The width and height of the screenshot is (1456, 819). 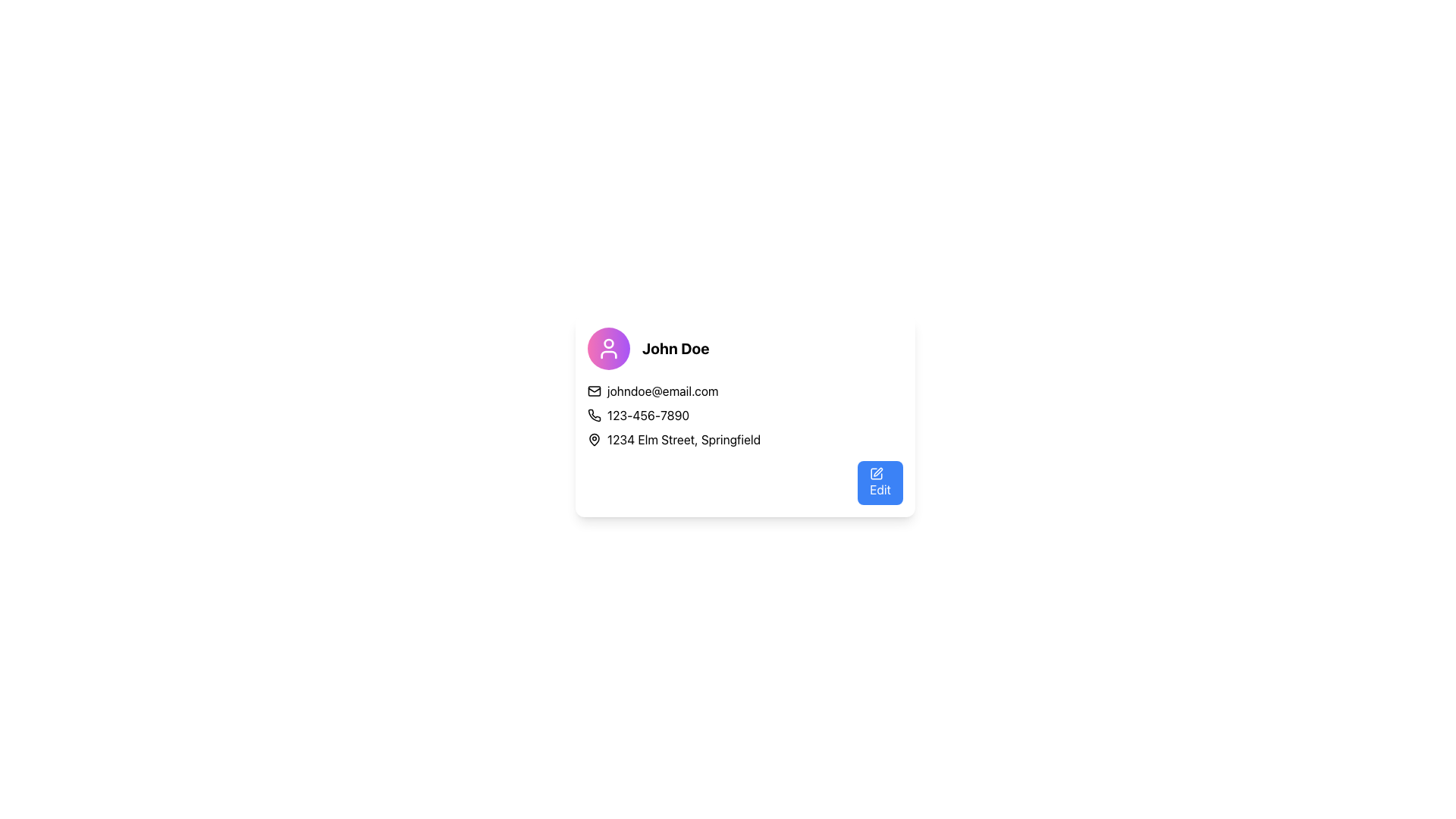 What do you see at coordinates (880, 482) in the screenshot?
I see `the 'Edit' button, which is a rounded rectangular button with a blue background and a white icon of a square pen at the top, located at the bottom-right corner of the user information card` at bounding box center [880, 482].